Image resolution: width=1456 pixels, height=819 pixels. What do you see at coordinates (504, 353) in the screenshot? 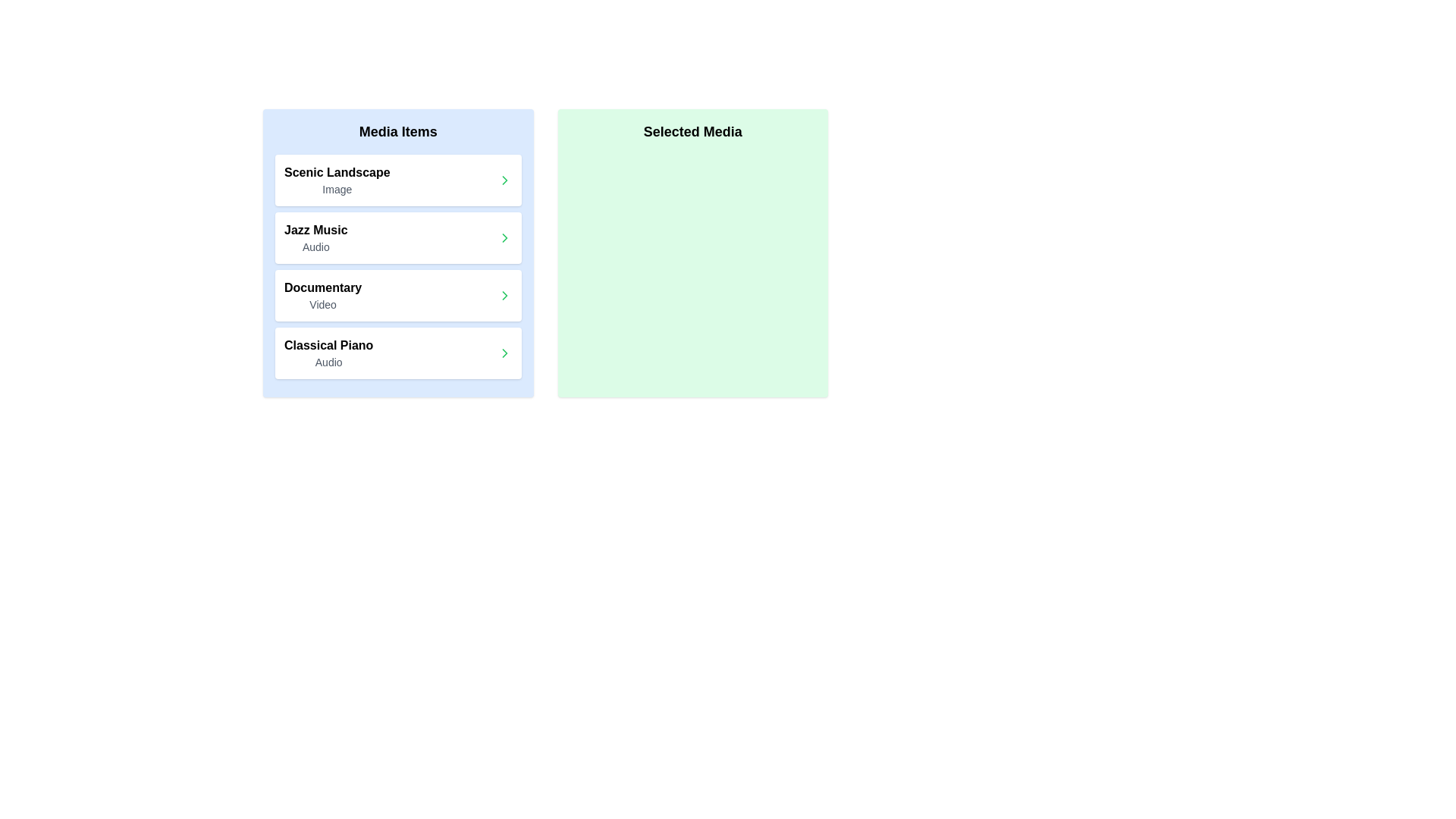
I see `right arrow button next to the item named 'Classical Piano' in the 'Media Items' list` at bounding box center [504, 353].